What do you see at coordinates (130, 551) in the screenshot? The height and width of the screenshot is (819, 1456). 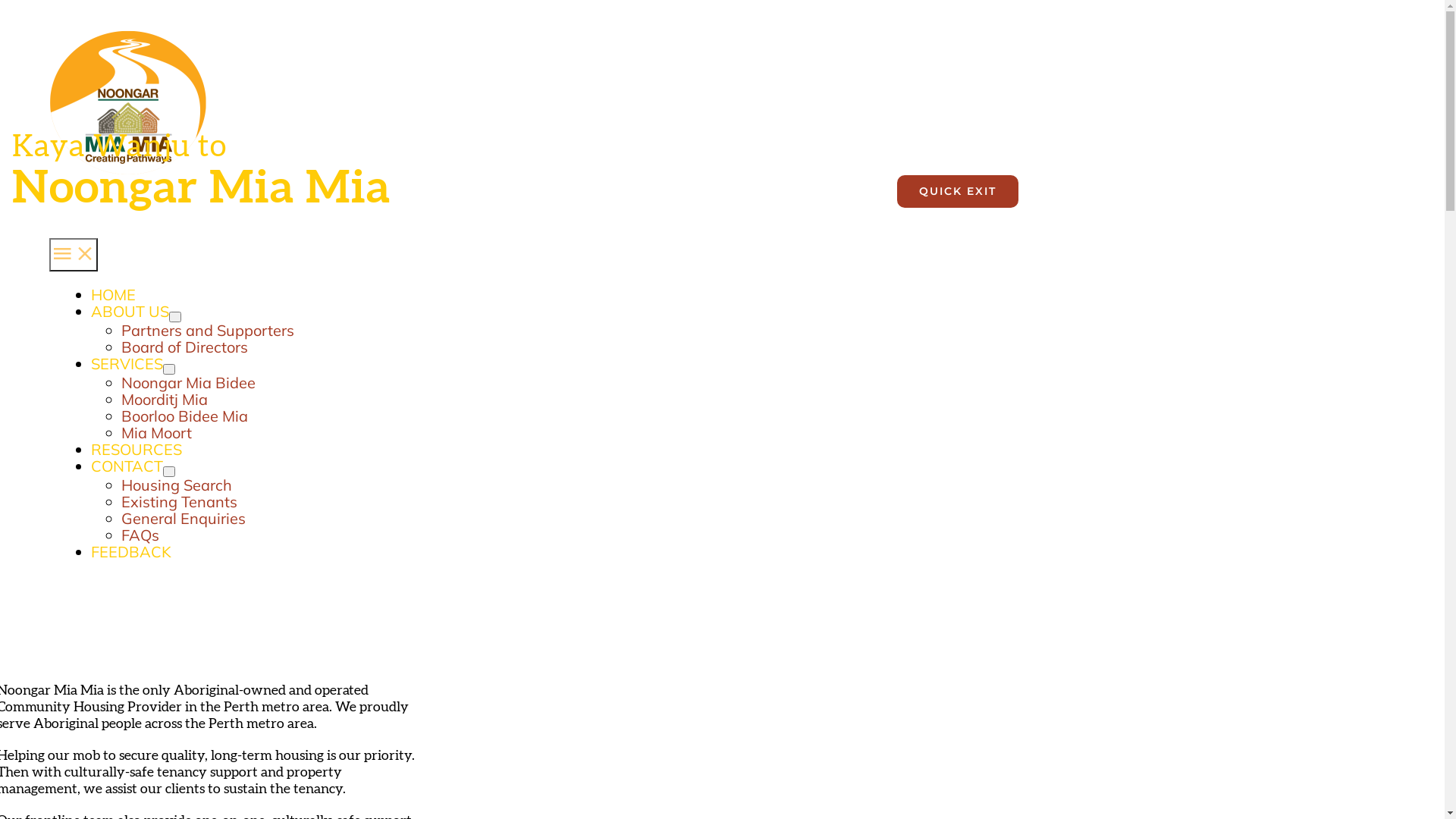 I see `'FEEDBACK'` at bounding box center [130, 551].